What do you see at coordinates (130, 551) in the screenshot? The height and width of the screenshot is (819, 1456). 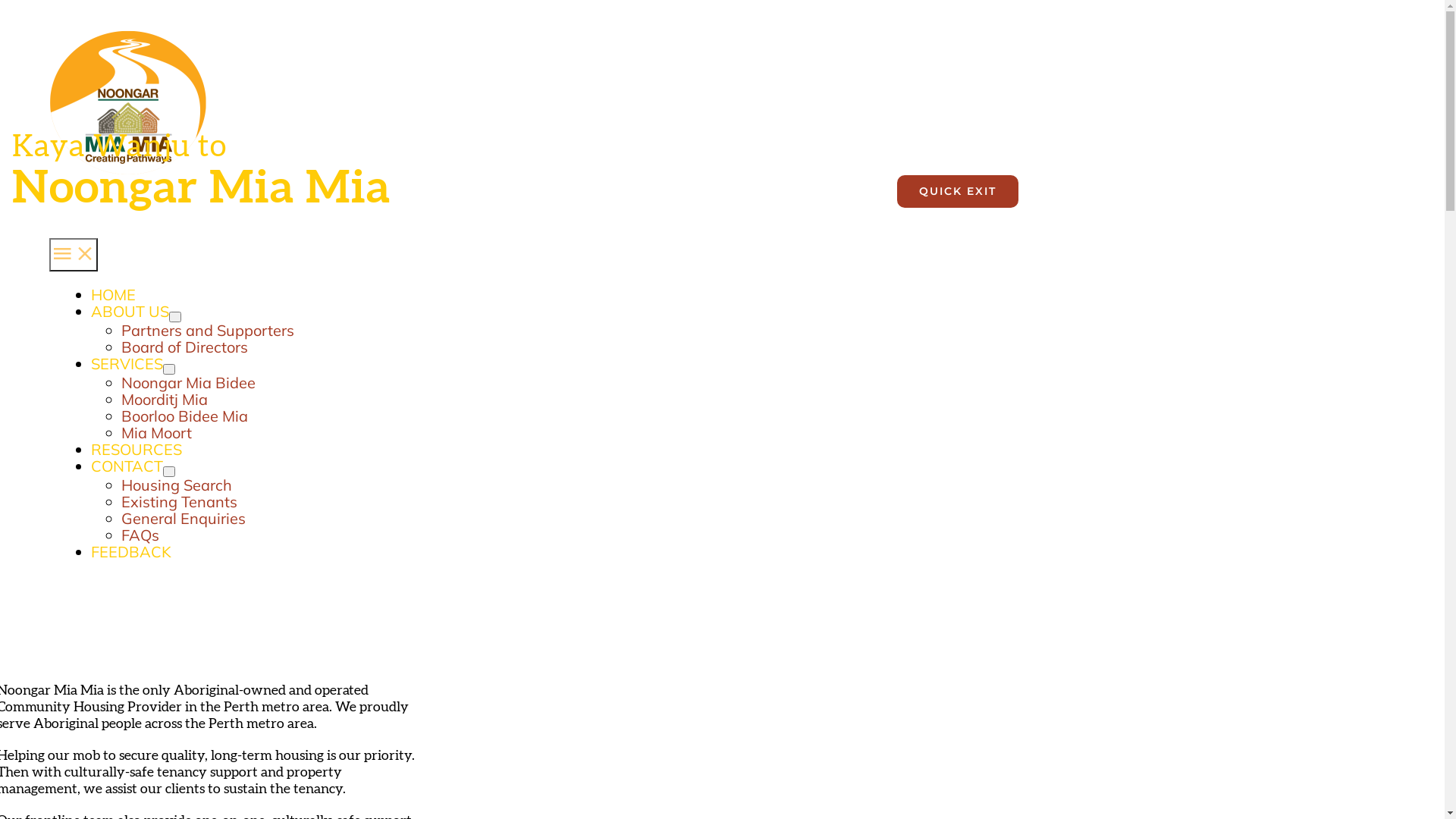 I see `'FEEDBACK'` at bounding box center [130, 551].